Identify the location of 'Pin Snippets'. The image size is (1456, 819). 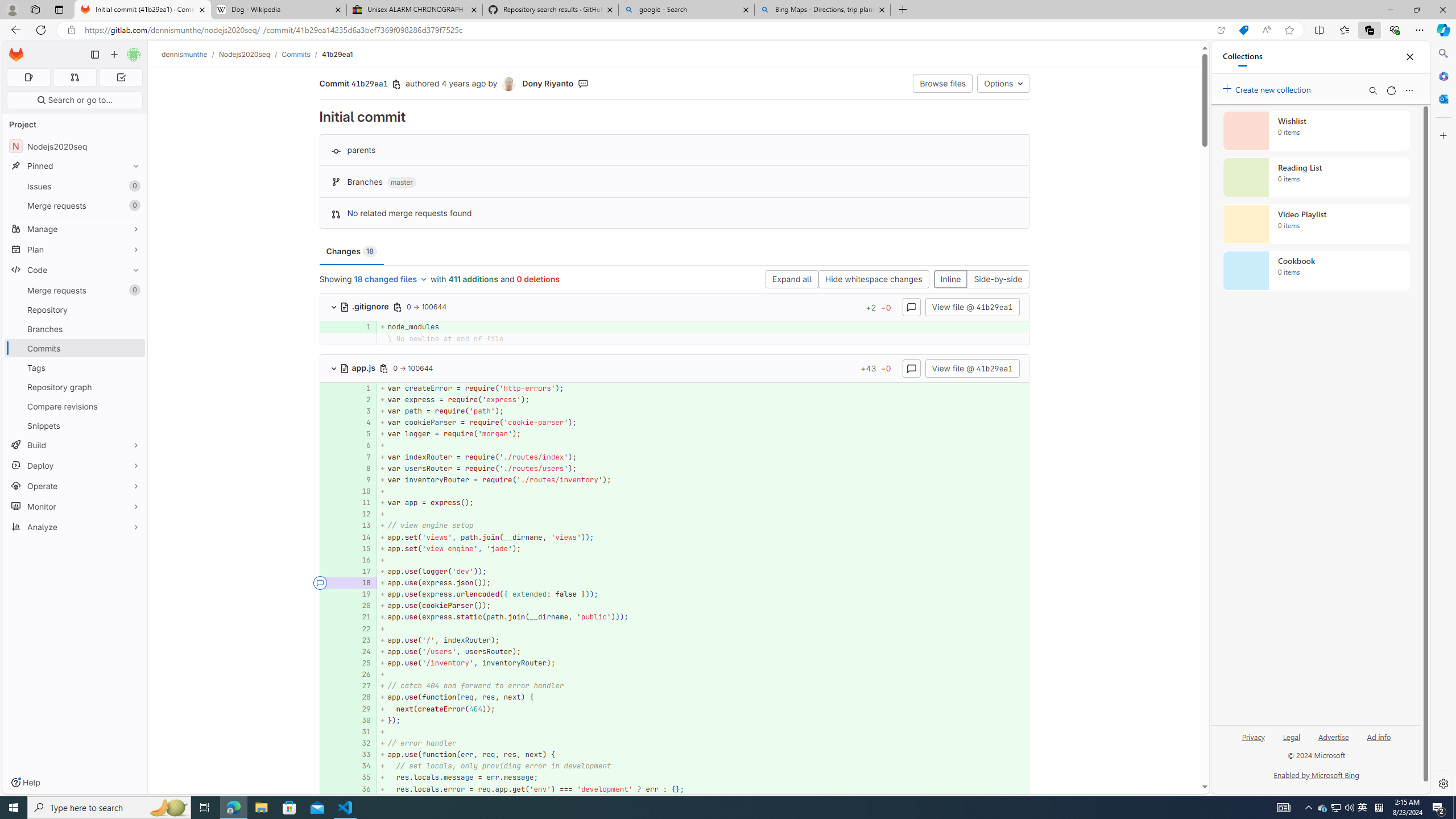
(133, 425).